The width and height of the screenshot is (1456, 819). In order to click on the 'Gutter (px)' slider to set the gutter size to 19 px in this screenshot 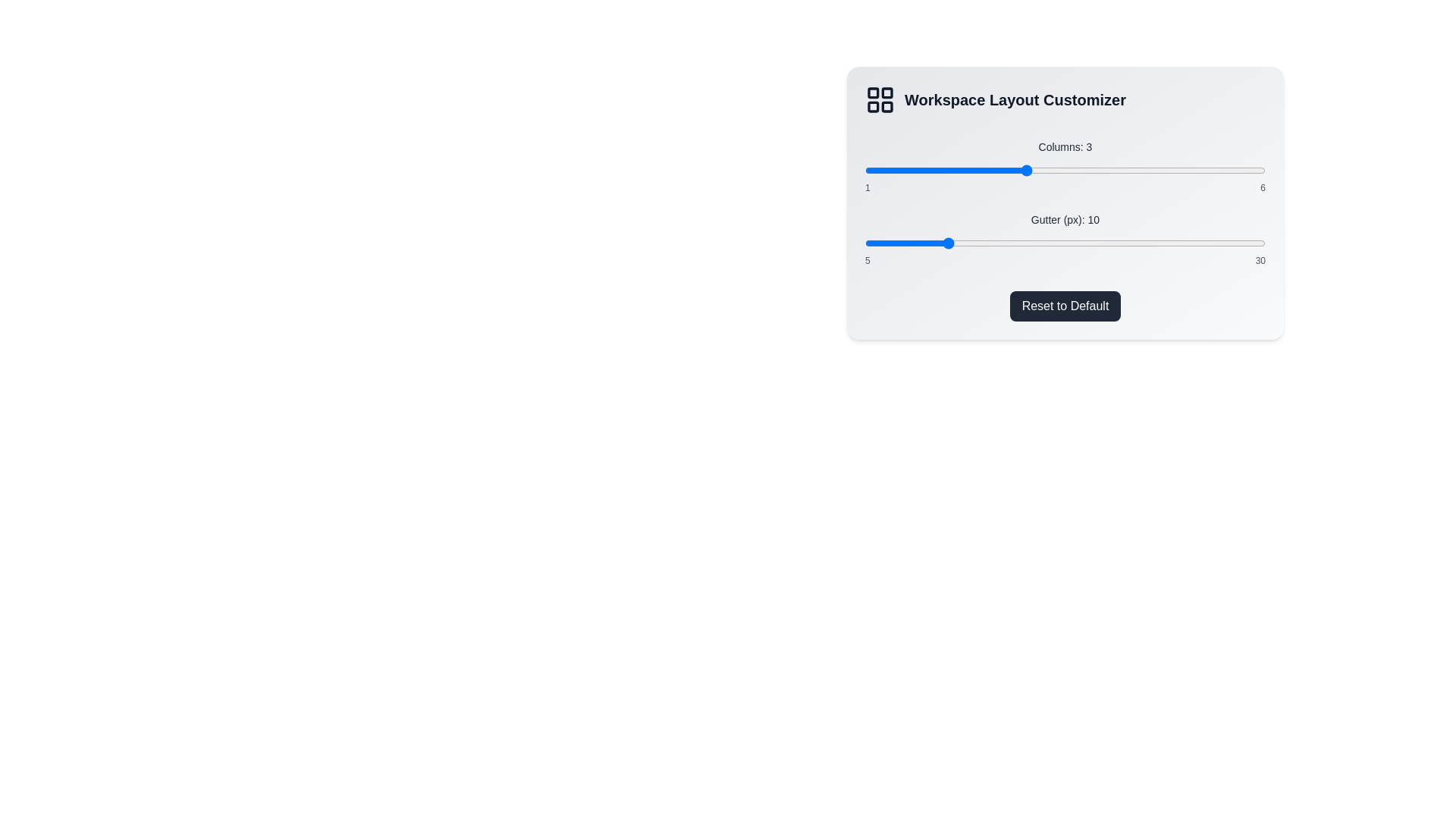, I will do `click(1088, 242)`.